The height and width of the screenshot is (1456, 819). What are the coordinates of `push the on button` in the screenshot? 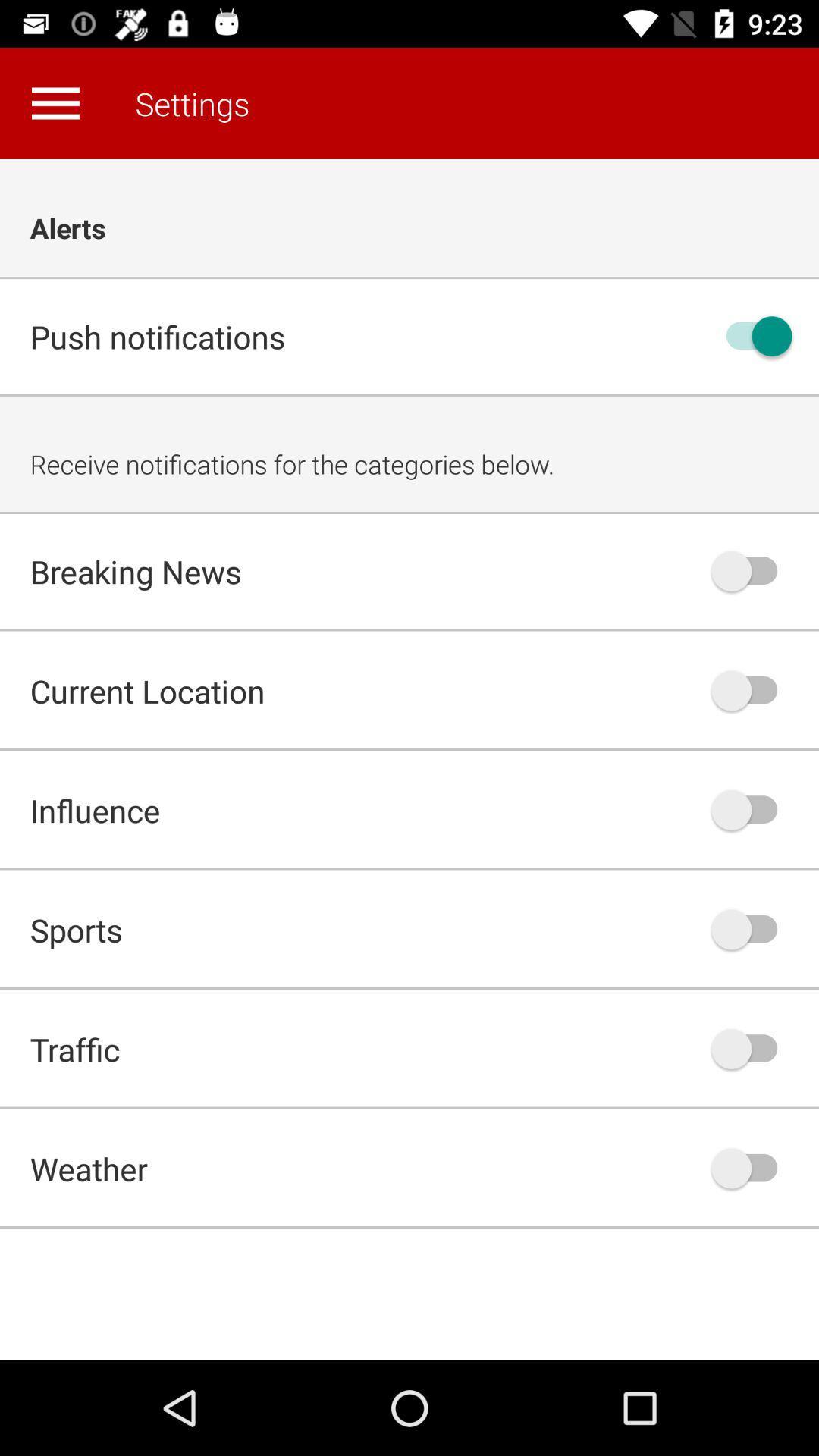 It's located at (752, 689).